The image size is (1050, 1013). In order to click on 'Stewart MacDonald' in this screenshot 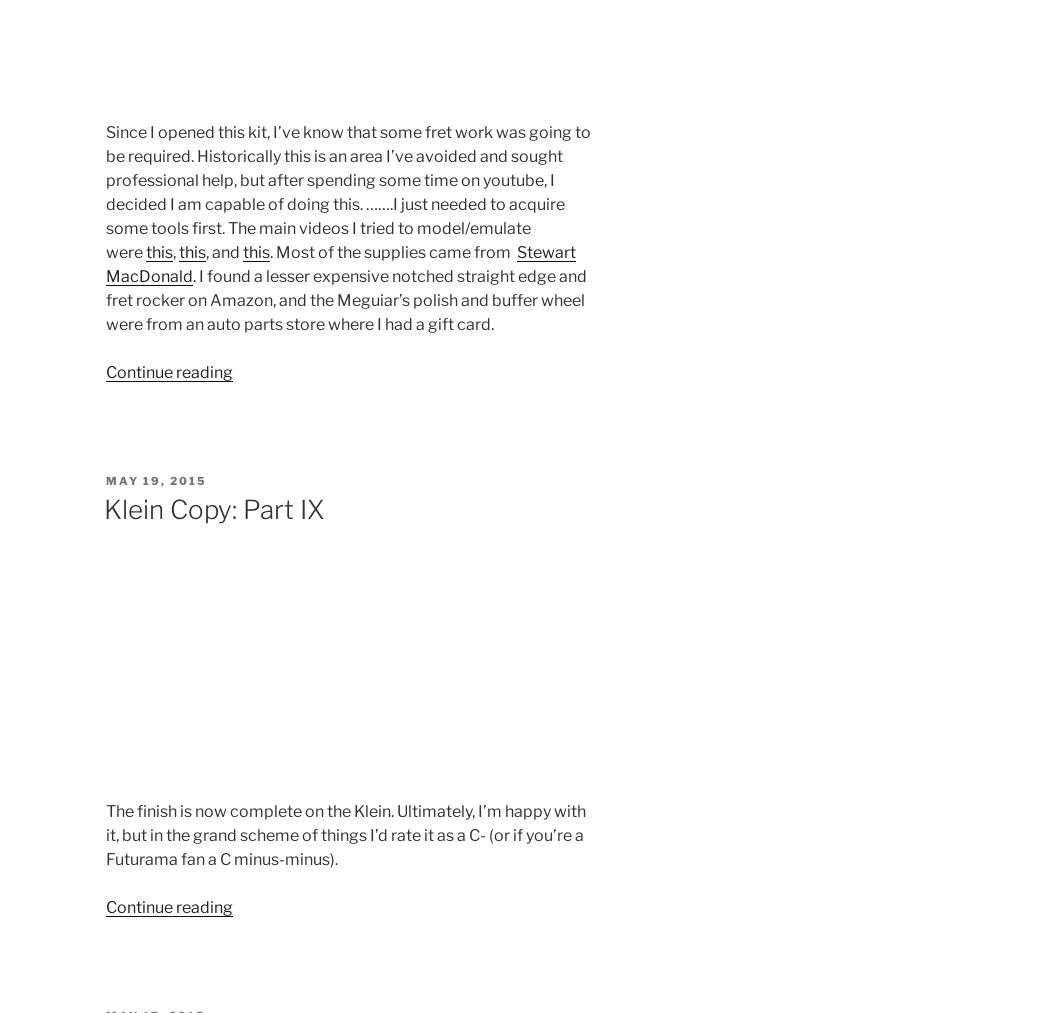, I will do `click(338, 262)`.